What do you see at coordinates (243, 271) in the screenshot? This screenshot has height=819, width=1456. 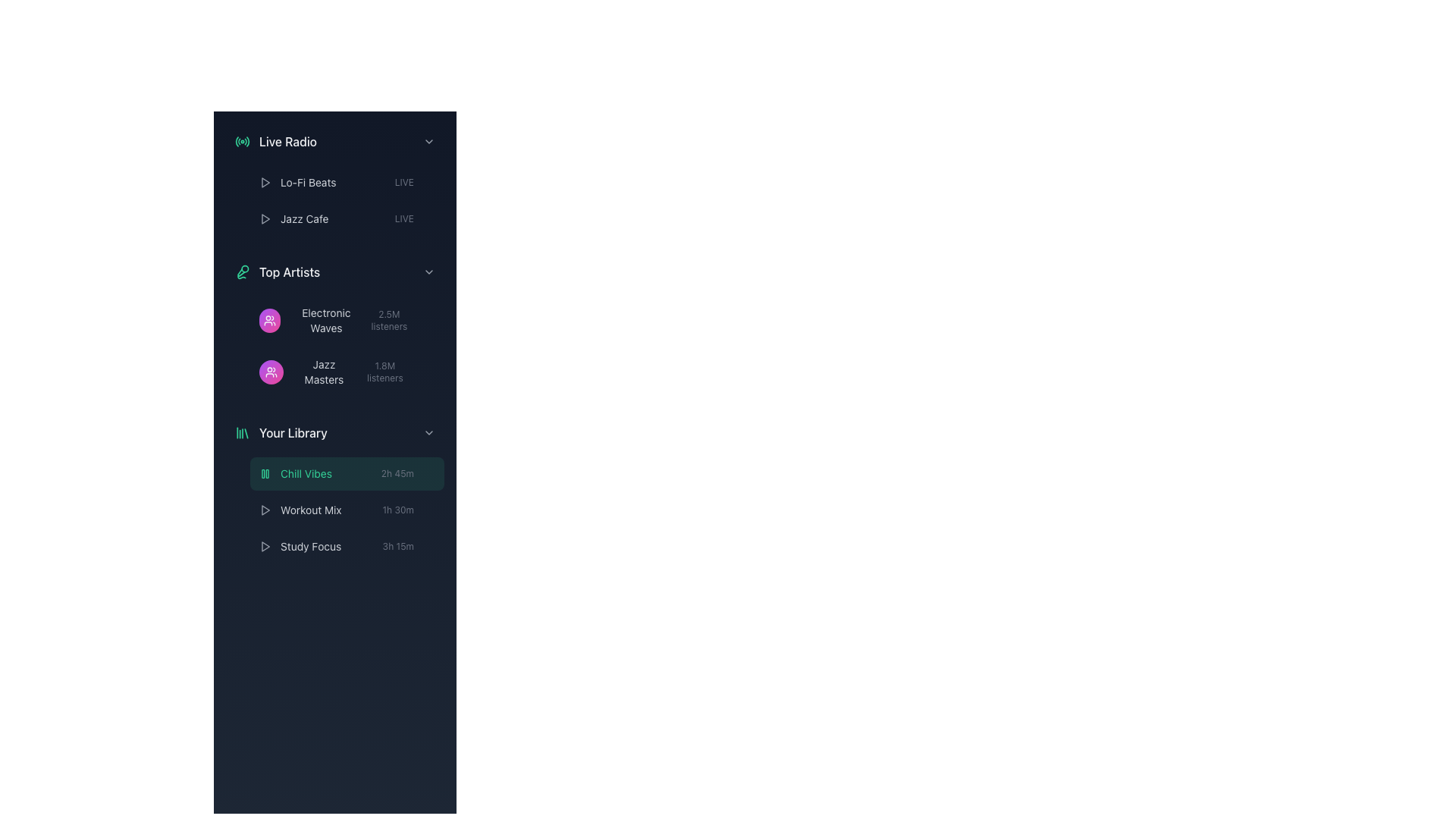 I see `the microphone icon in green located next to the 'Top Artists' label in the sidebar menu` at bounding box center [243, 271].